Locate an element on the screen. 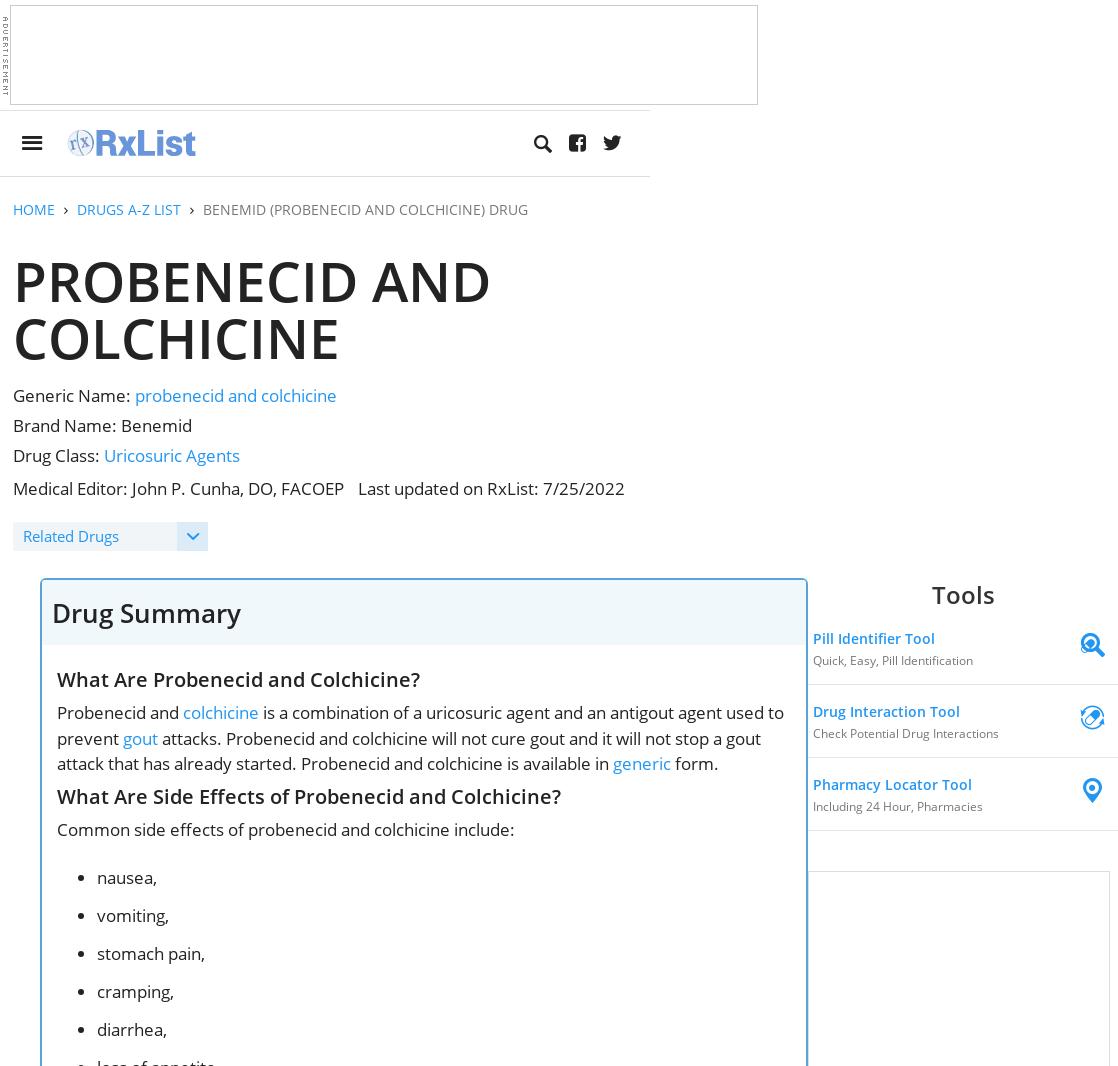 The height and width of the screenshot is (1066, 1118). 'Generic Name:' is located at coordinates (74, 395).